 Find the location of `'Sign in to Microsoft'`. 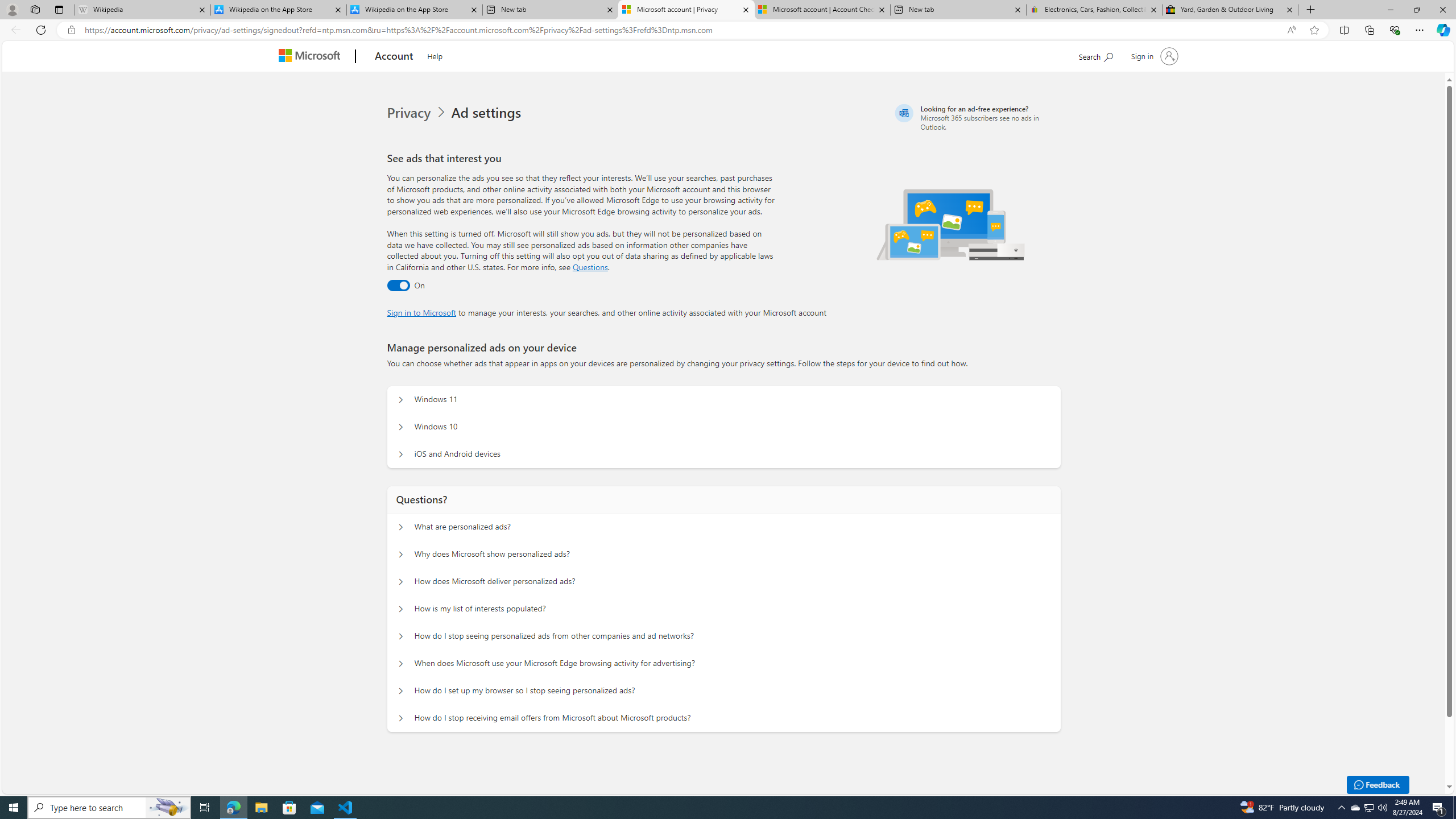

'Sign in to Microsoft' is located at coordinates (421, 311).